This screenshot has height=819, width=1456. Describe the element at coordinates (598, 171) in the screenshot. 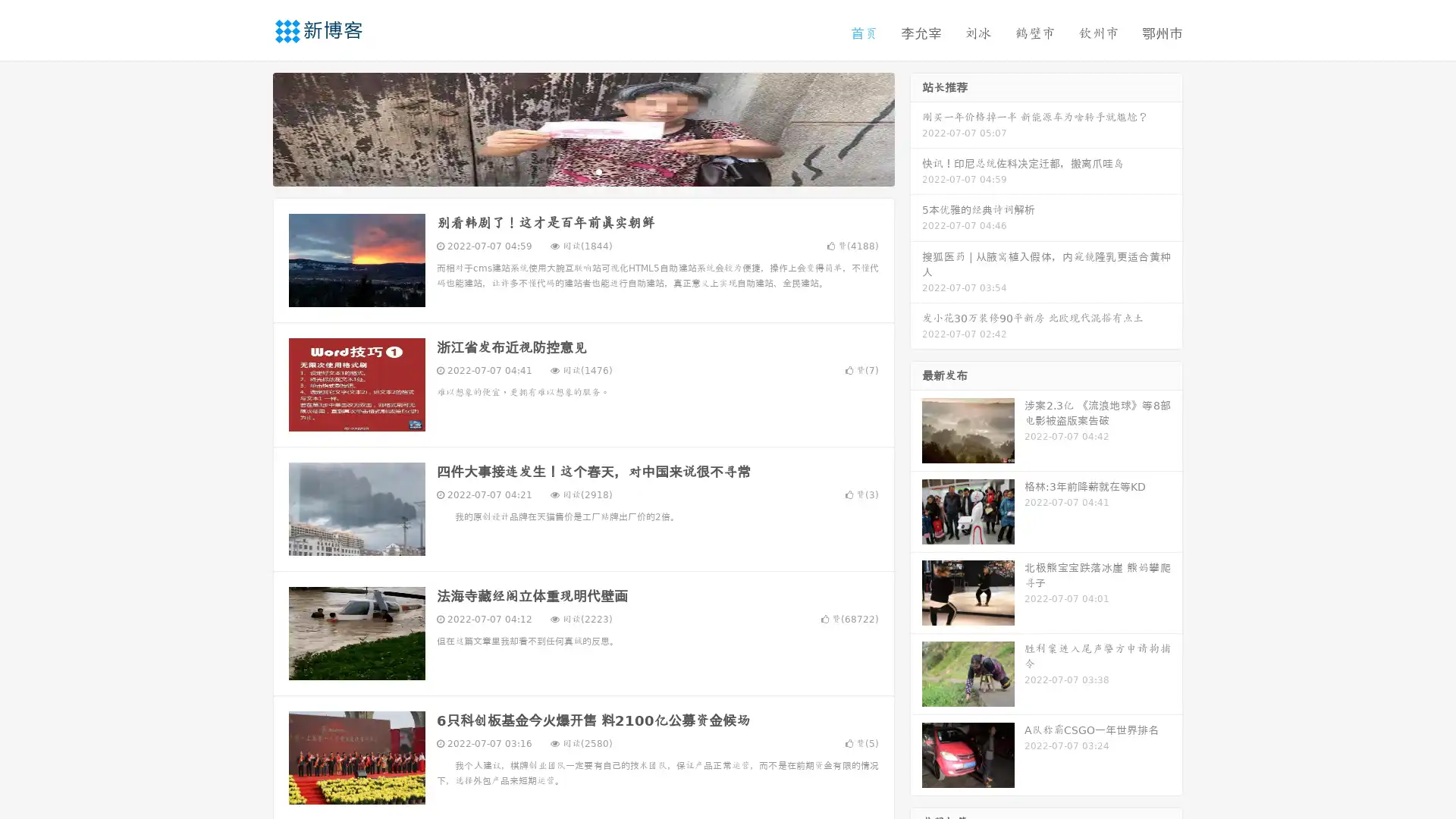

I see `Go to slide 3` at that location.